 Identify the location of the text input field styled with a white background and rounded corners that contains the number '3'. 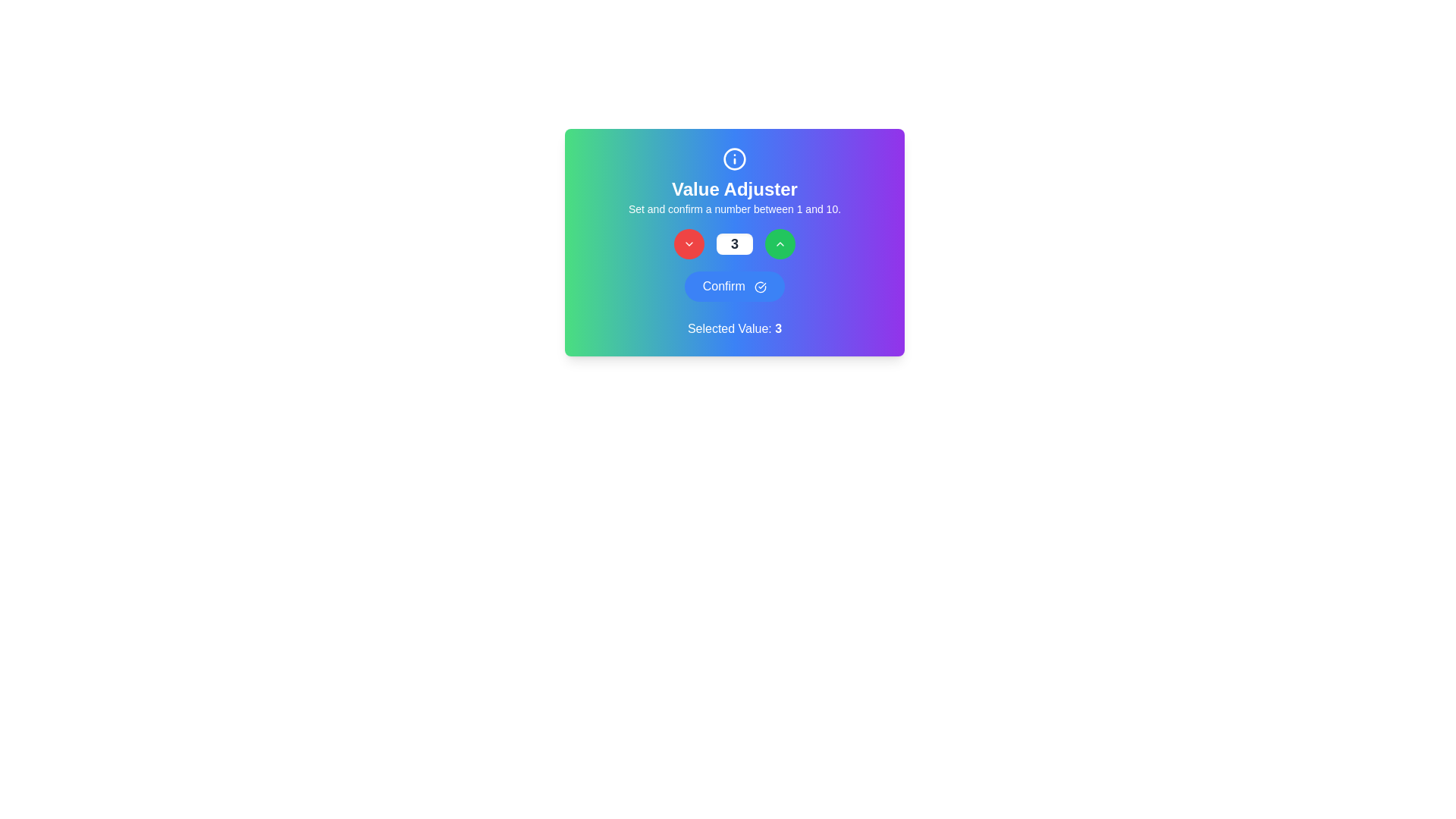
(735, 243).